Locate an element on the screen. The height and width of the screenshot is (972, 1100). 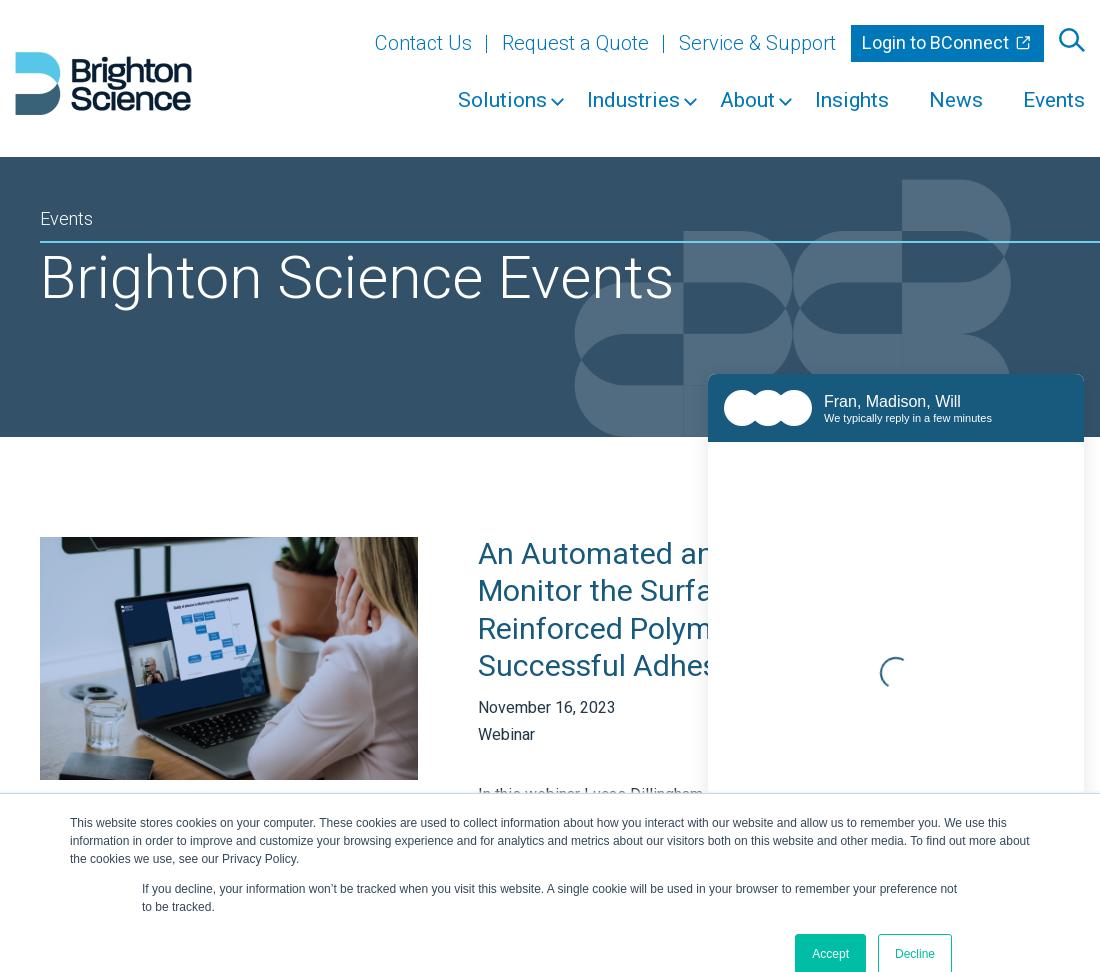
'This website stores cookies on your computer. These cookies are used to collect information about how you interact with our website and allow us to remember you. We use this information in order to improve and customize your browsing experience and for analytics and metrics about our visitors both on this website and other media. To find out more about the cookies we use, see our Privacy Policy.' is located at coordinates (68, 839).